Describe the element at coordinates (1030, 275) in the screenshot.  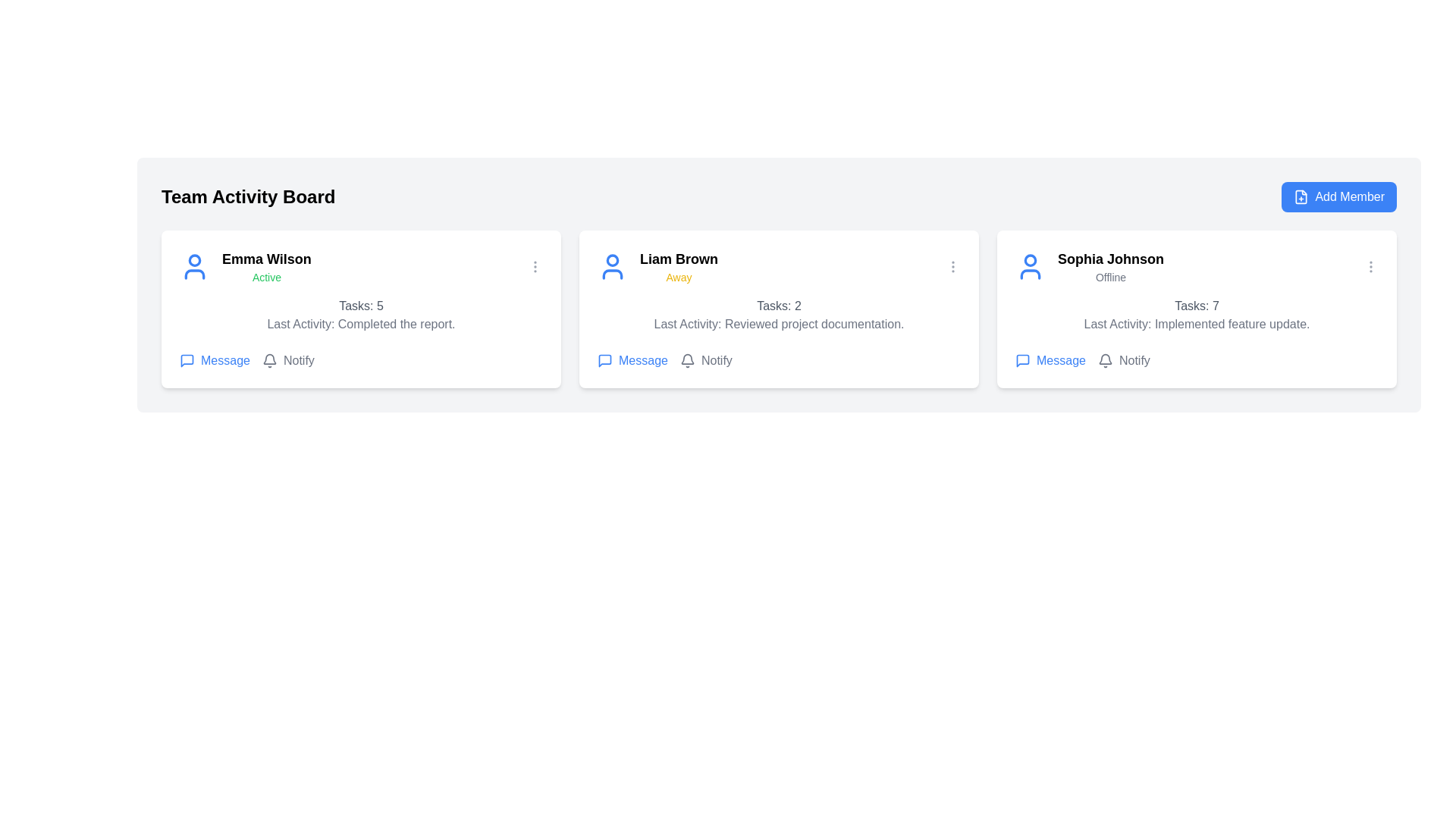
I see `the lower portion of the avatar icon for 'Sophia Johnson' located at the top-left corner of the card` at that location.